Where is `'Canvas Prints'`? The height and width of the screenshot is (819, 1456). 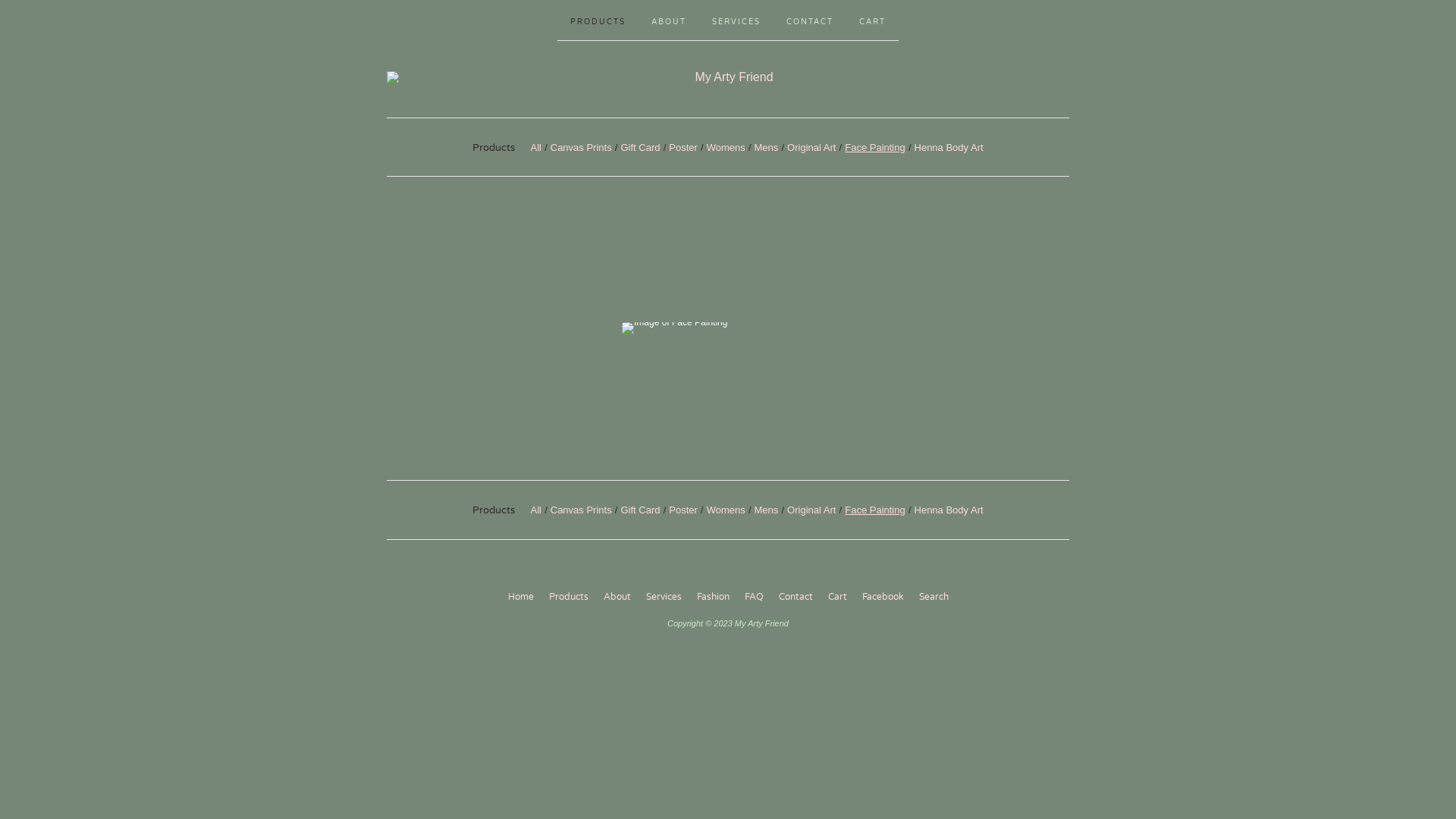 'Canvas Prints' is located at coordinates (580, 146).